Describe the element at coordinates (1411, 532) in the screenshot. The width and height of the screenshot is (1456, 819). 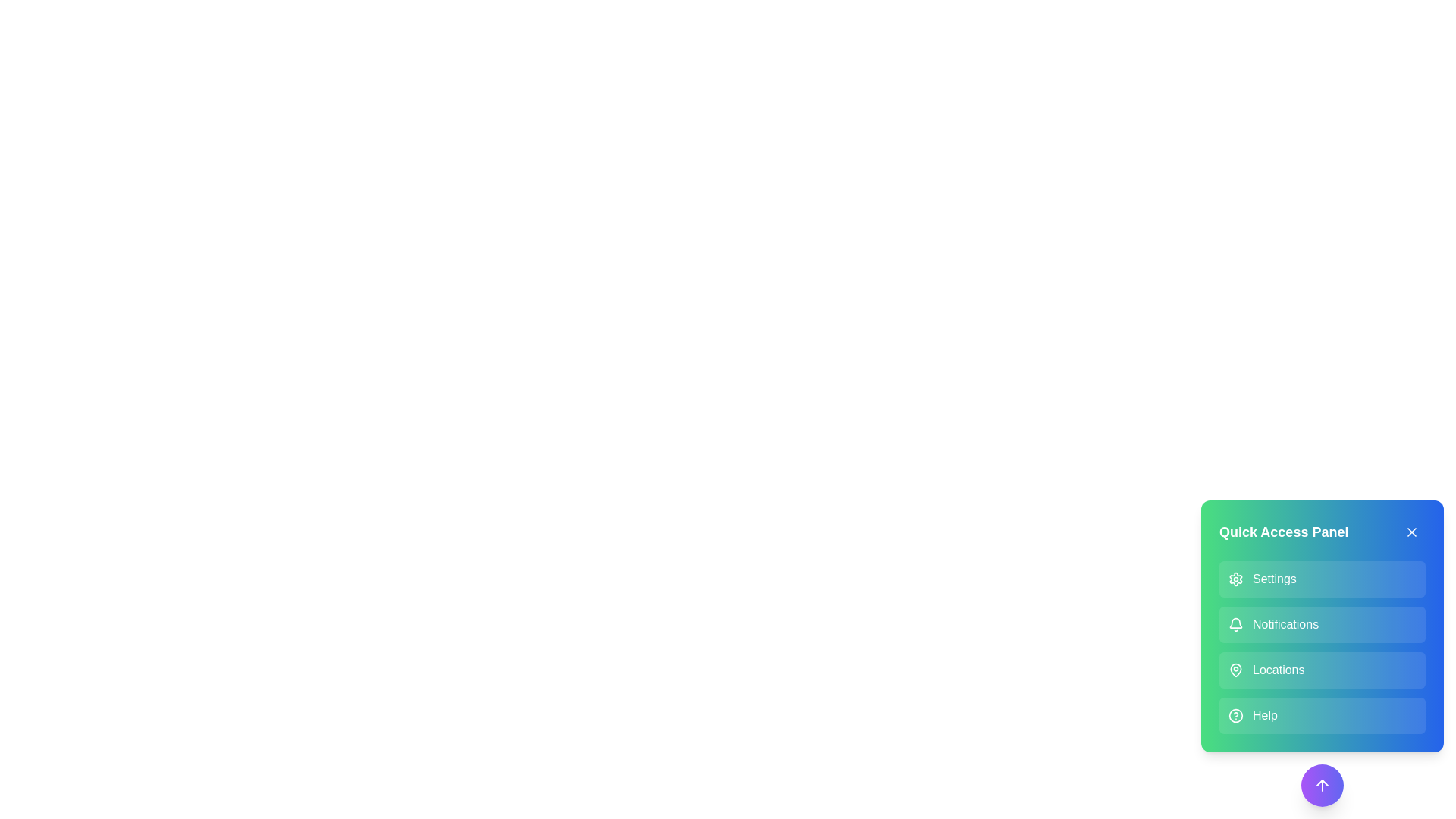
I see `the 'X' close button located in the top-right corner of the Quick Access Panel` at that location.